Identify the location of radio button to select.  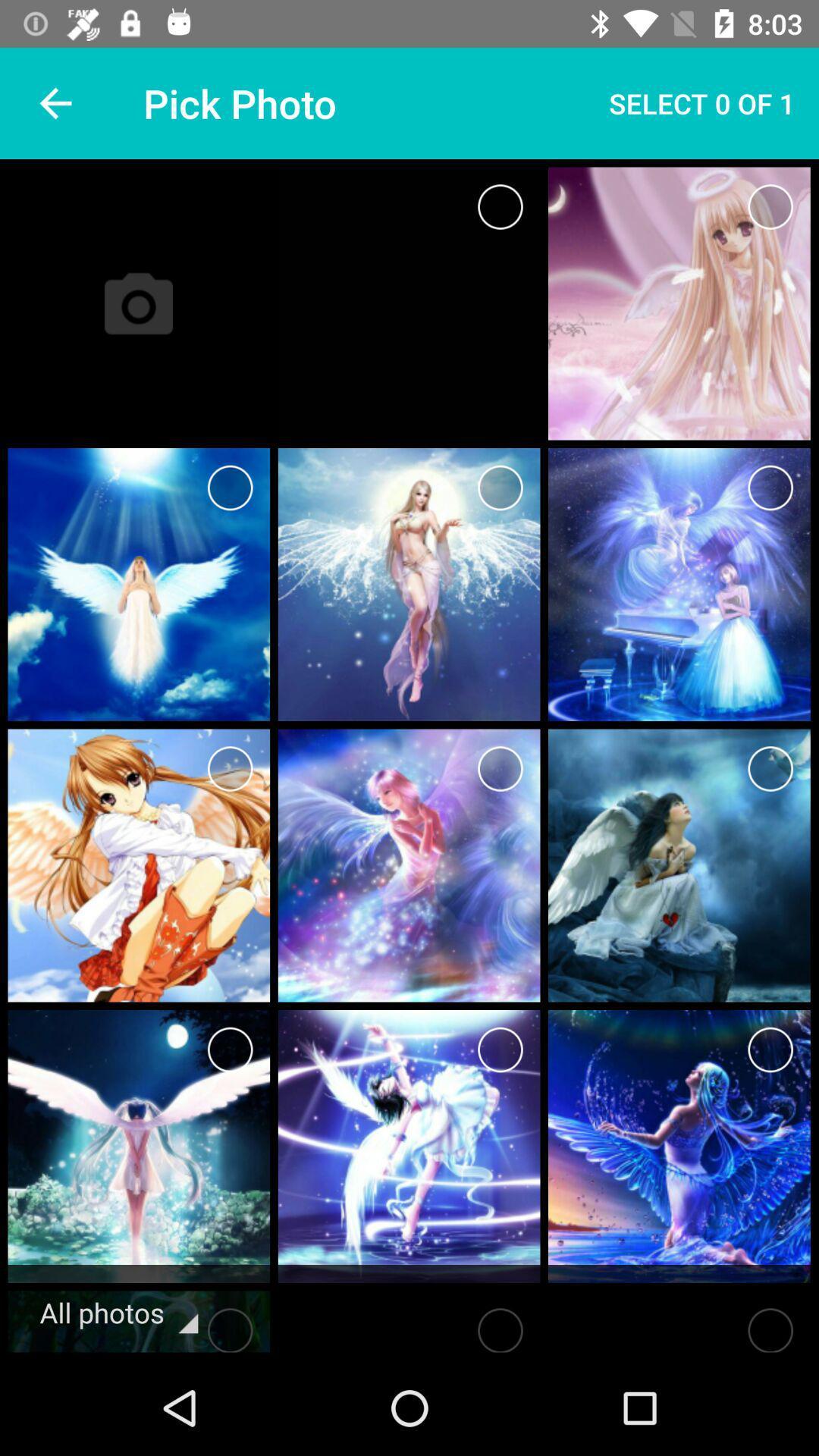
(230, 488).